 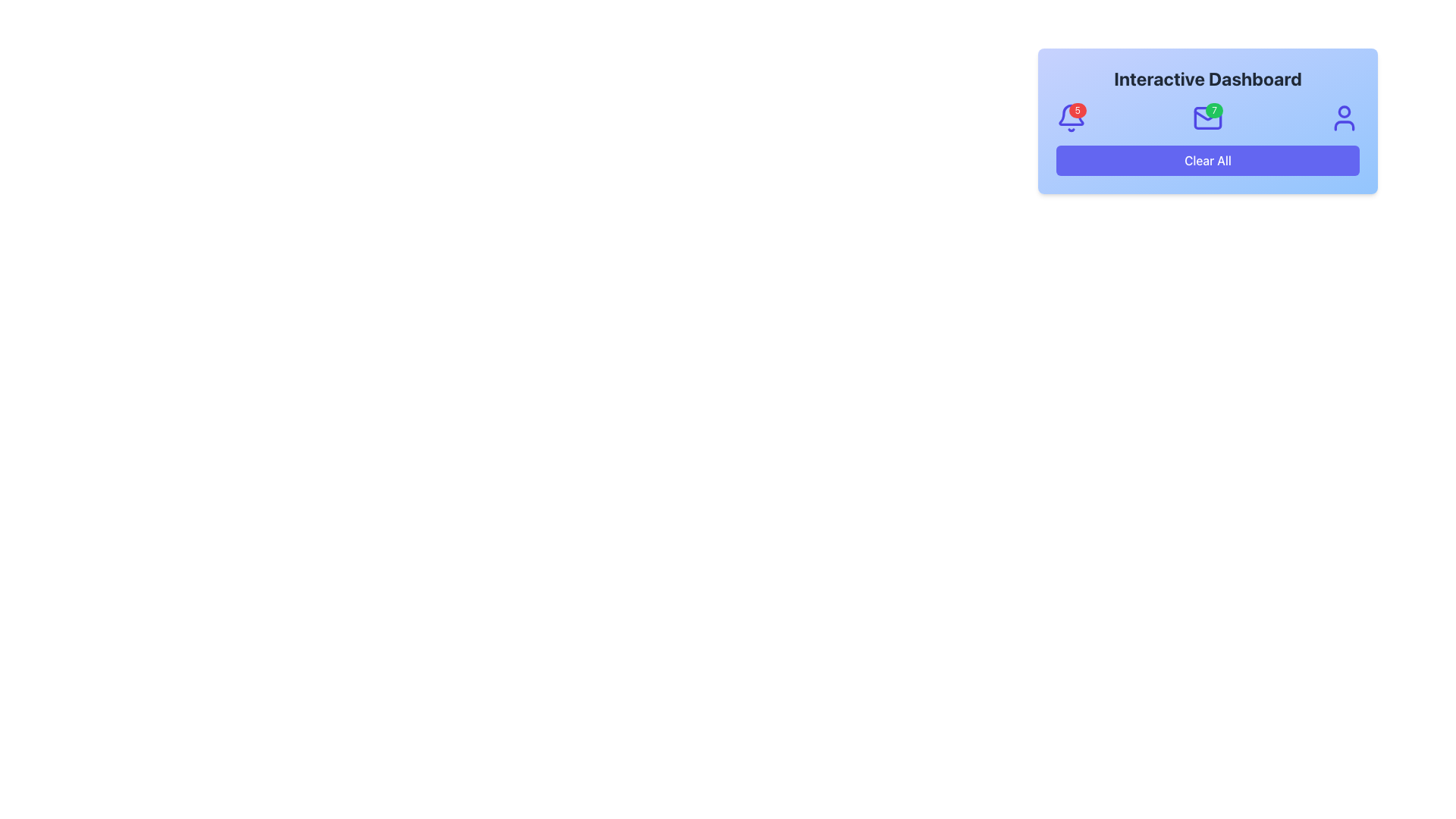 What do you see at coordinates (1214, 110) in the screenshot?
I see `the Notification Badge located at the top-right corner of the mail icon, which displays the count of items or messages` at bounding box center [1214, 110].